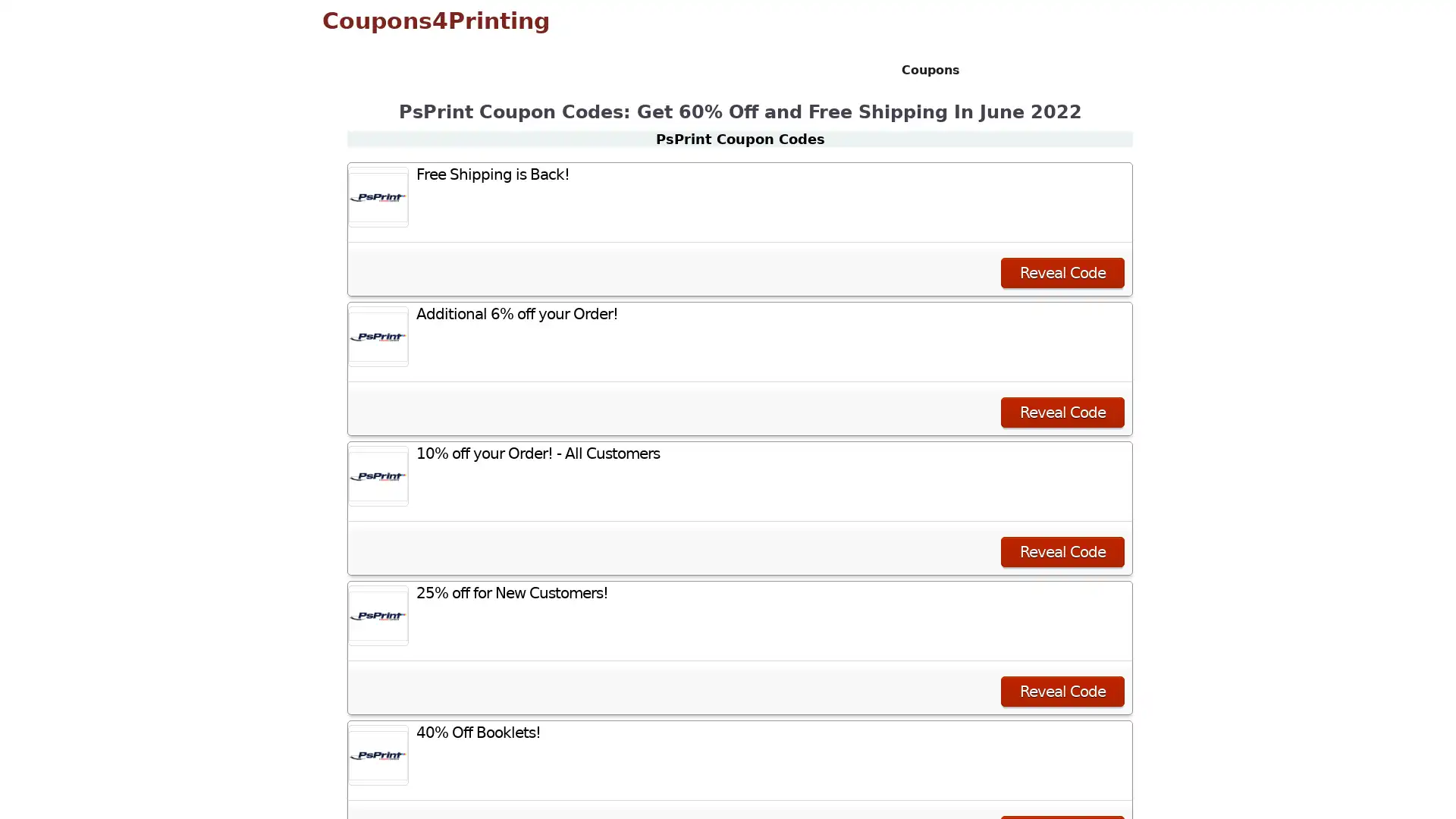 Image resolution: width=1456 pixels, height=819 pixels. What do you see at coordinates (1062, 271) in the screenshot?
I see `Reveal Code` at bounding box center [1062, 271].